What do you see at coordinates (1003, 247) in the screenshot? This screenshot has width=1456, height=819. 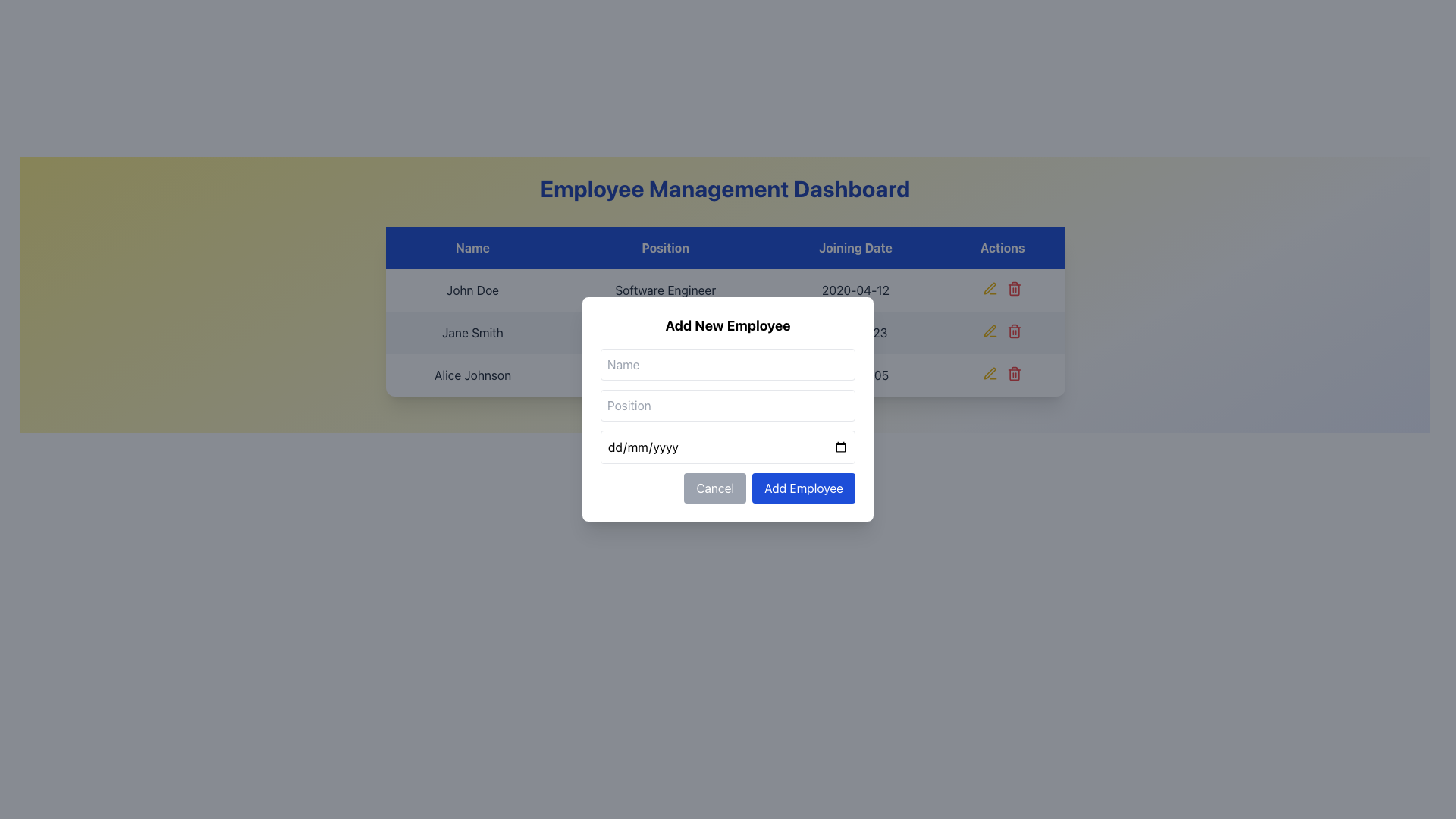 I see `the text label displaying 'Actions' in light font color against a blue background, which is the rightmost element in the header row of the interface` at bounding box center [1003, 247].